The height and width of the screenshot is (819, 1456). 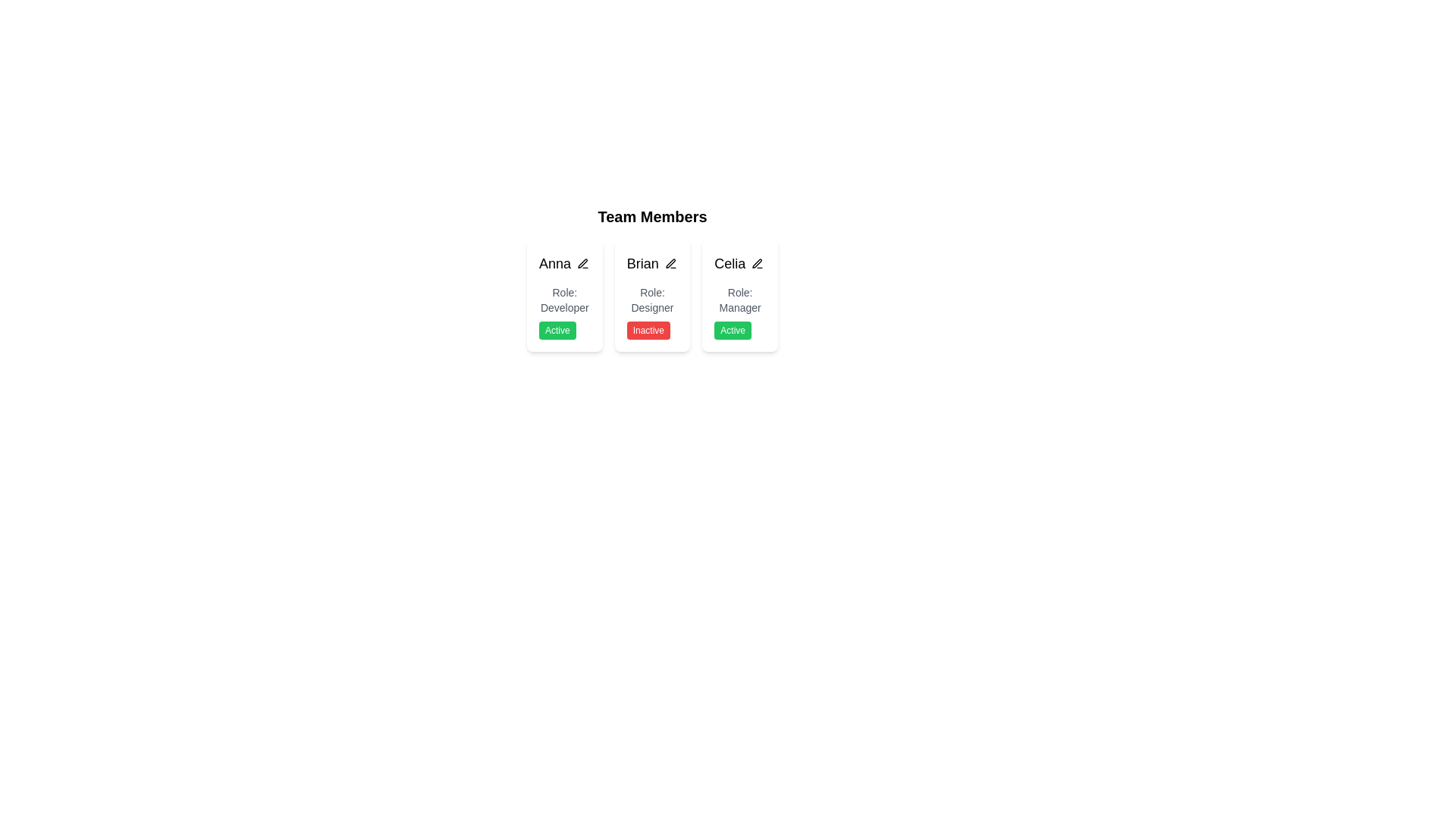 I want to click on the pen icon located to the far right of the name 'Brian' in the top section of the card labeled 'Brian', so click(x=670, y=262).